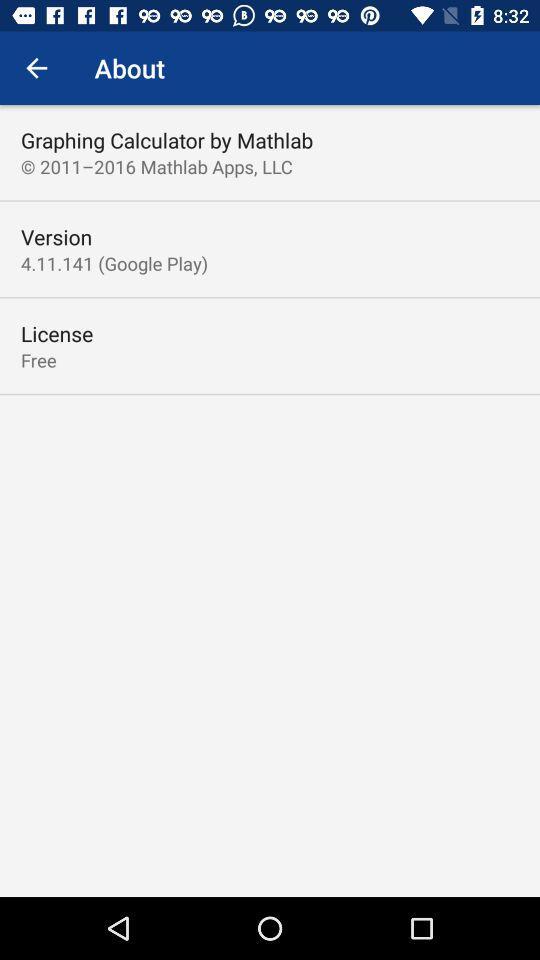  I want to click on the graphing calculator by, so click(166, 139).